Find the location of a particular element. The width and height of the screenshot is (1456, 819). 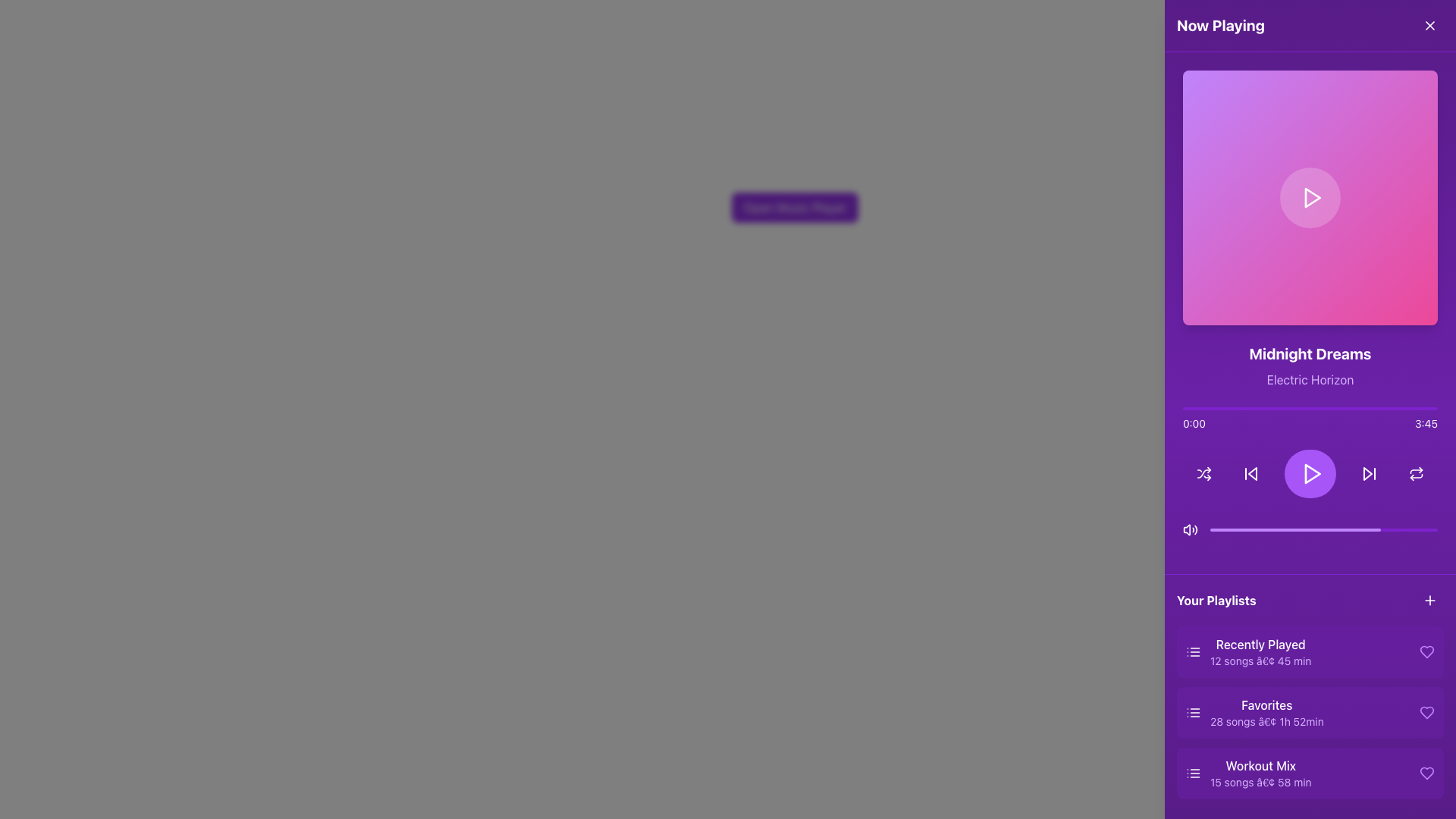

the heart-shaped purple icon used to signify a favorite action, located to the right of the 'Workout Mix' playlist item in the 'Your Playlists' section is located at coordinates (1426, 773).